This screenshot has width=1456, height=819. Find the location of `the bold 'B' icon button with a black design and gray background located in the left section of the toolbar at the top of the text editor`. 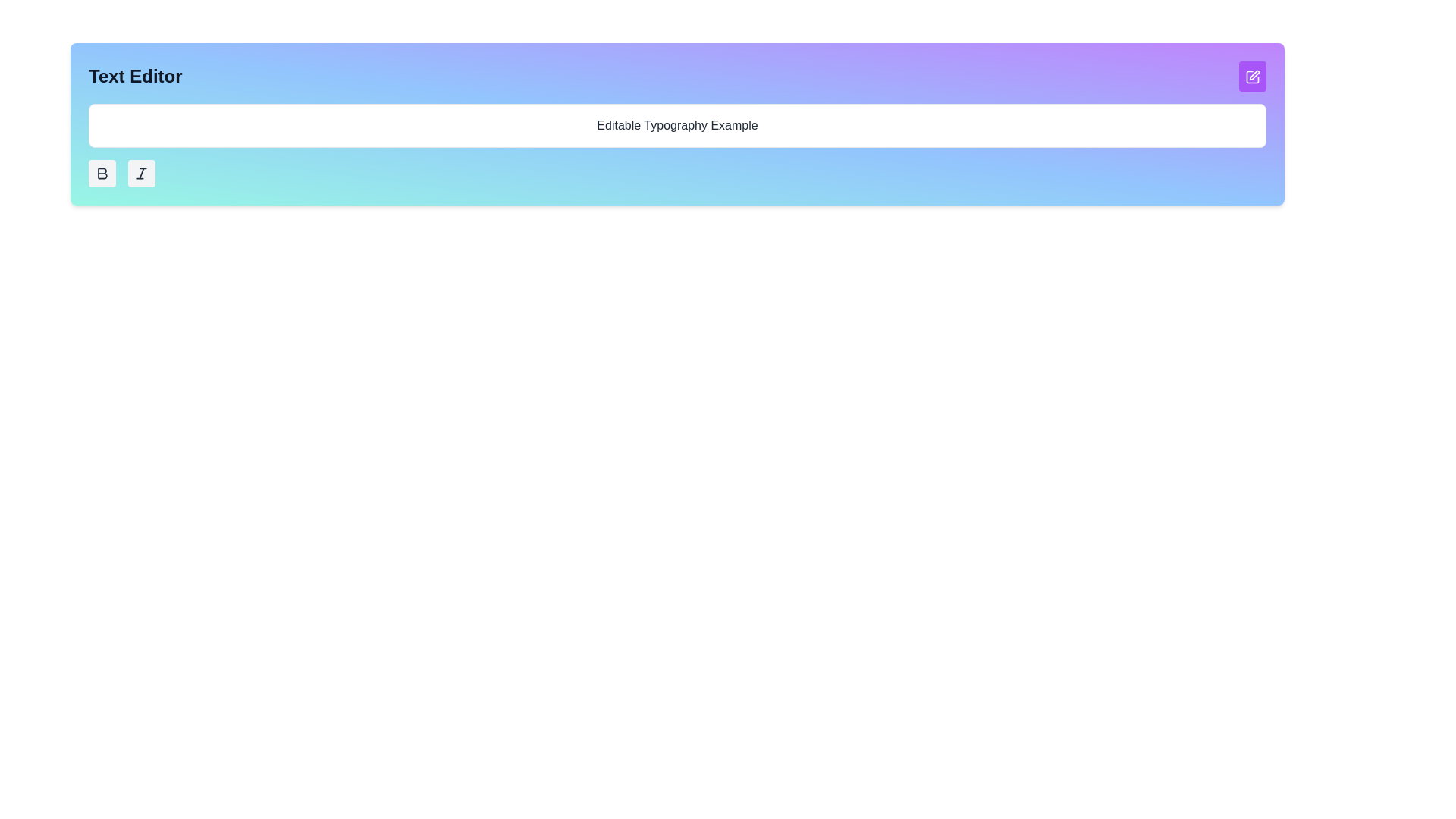

the bold 'B' icon button with a black design and gray background located in the left section of the toolbar at the top of the text editor is located at coordinates (101, 172).